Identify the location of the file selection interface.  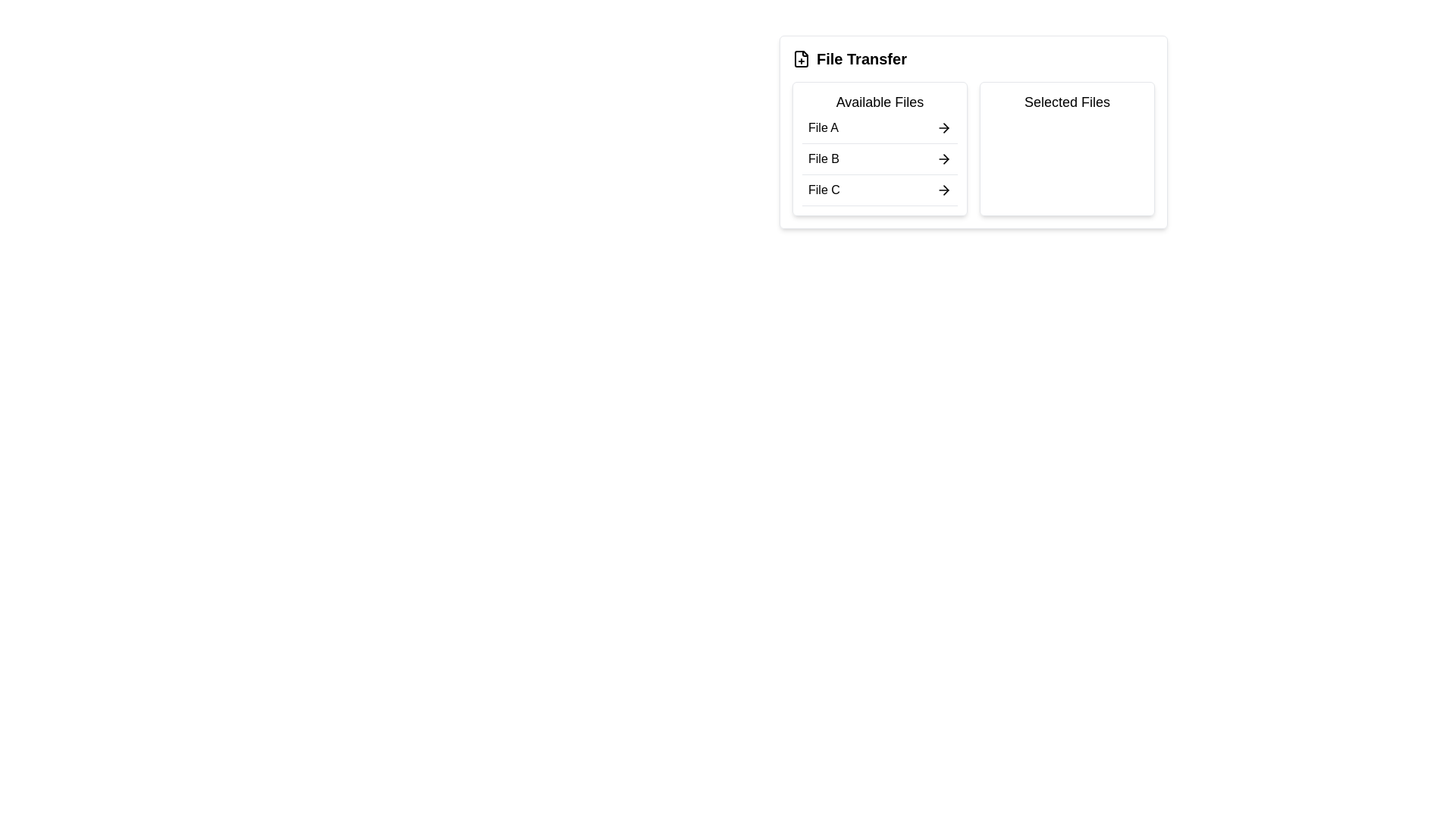
(973, 131).